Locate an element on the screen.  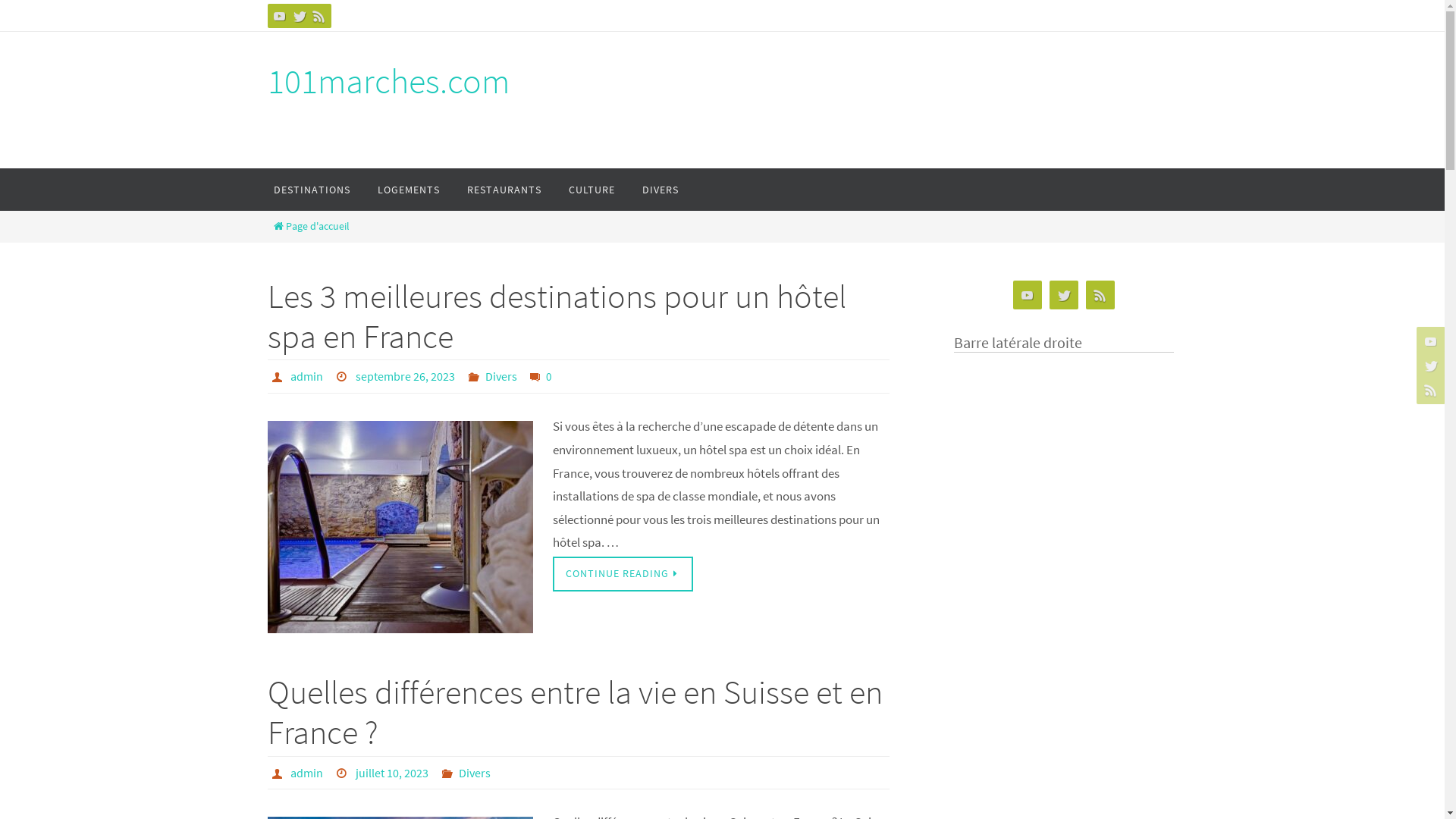
'admin' is located at coordinates (306, 375).